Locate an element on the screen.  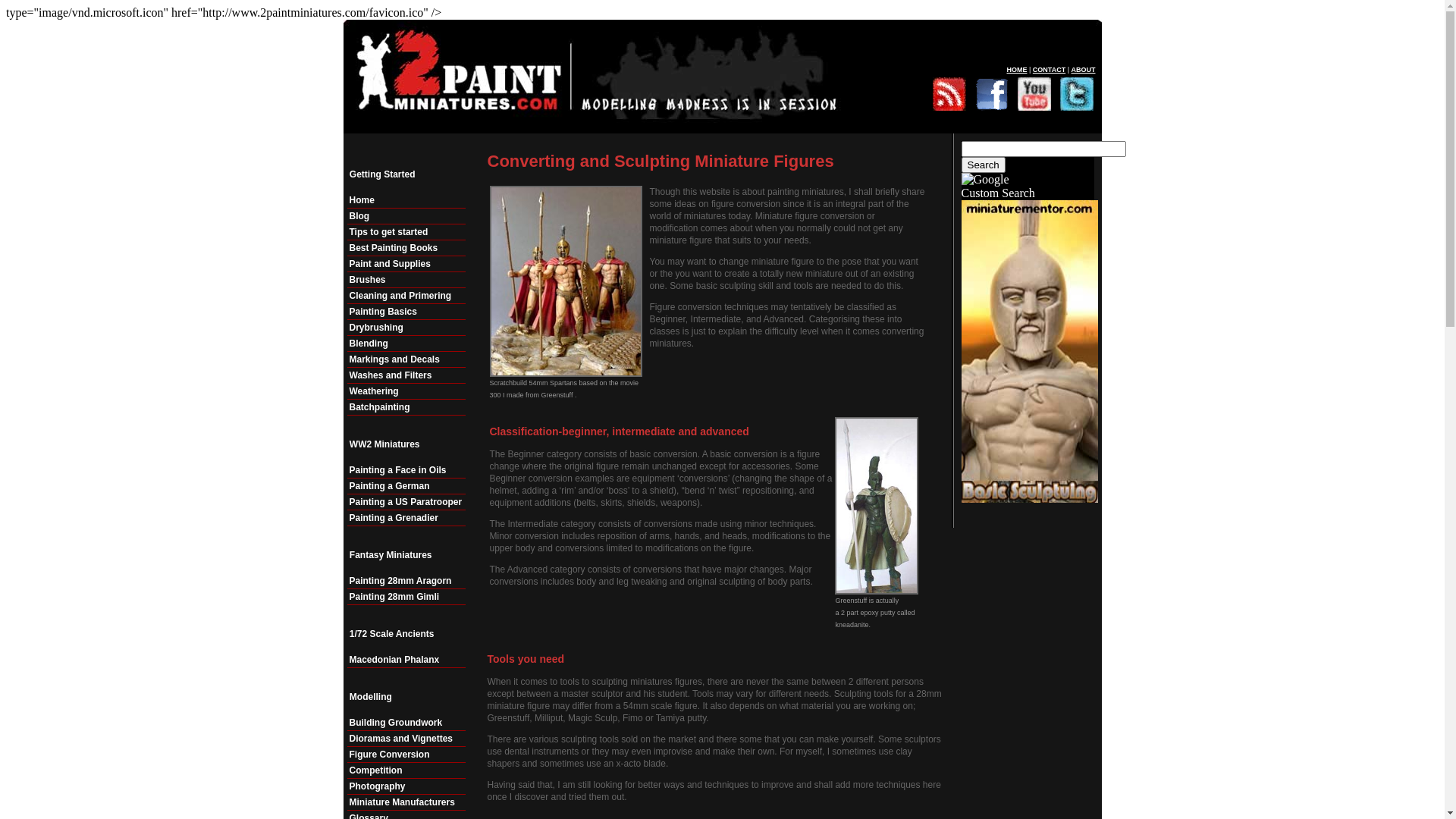
'Washes and Filters' is located at coordinates (346, 375).